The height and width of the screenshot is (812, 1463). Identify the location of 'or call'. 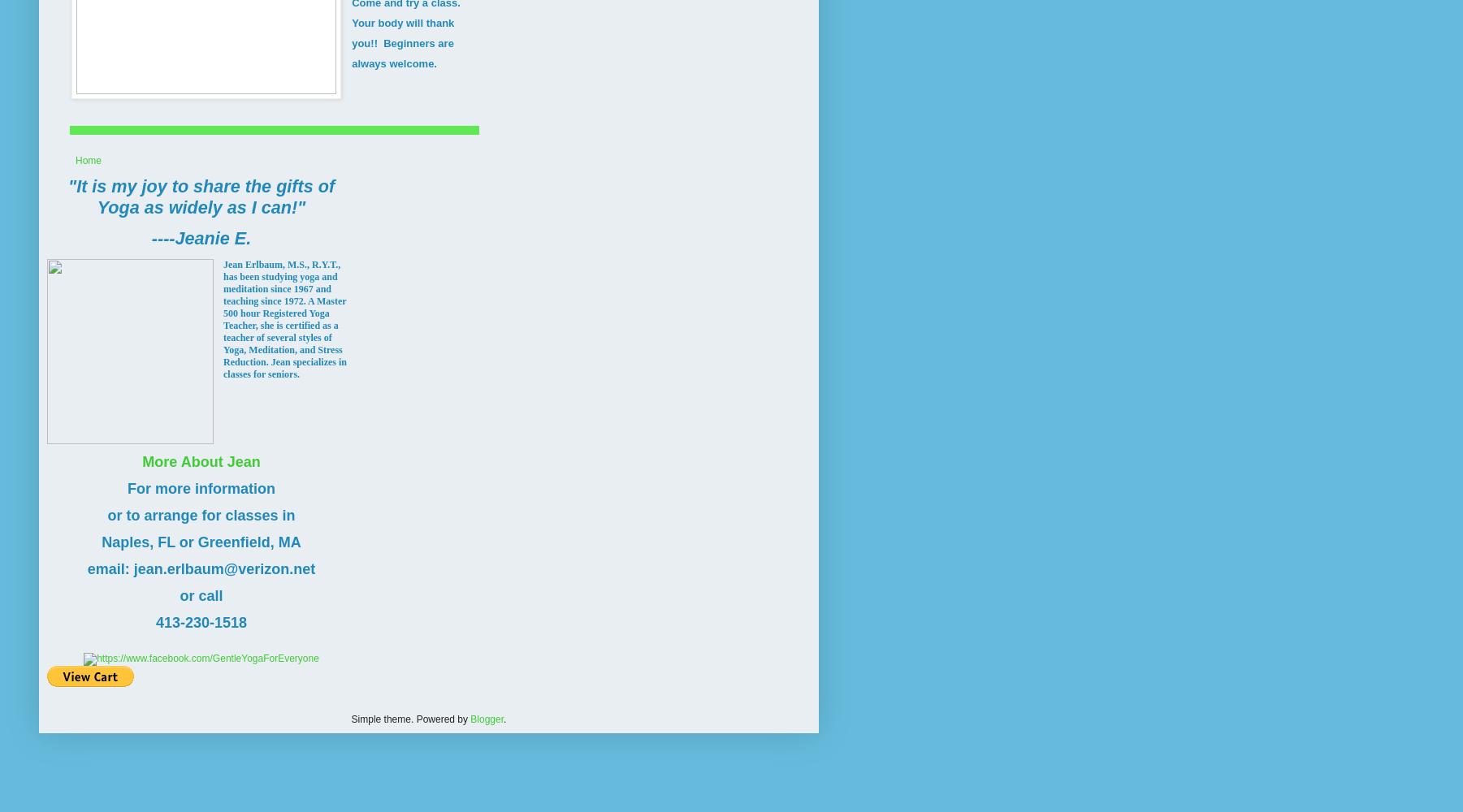
(200, 594).